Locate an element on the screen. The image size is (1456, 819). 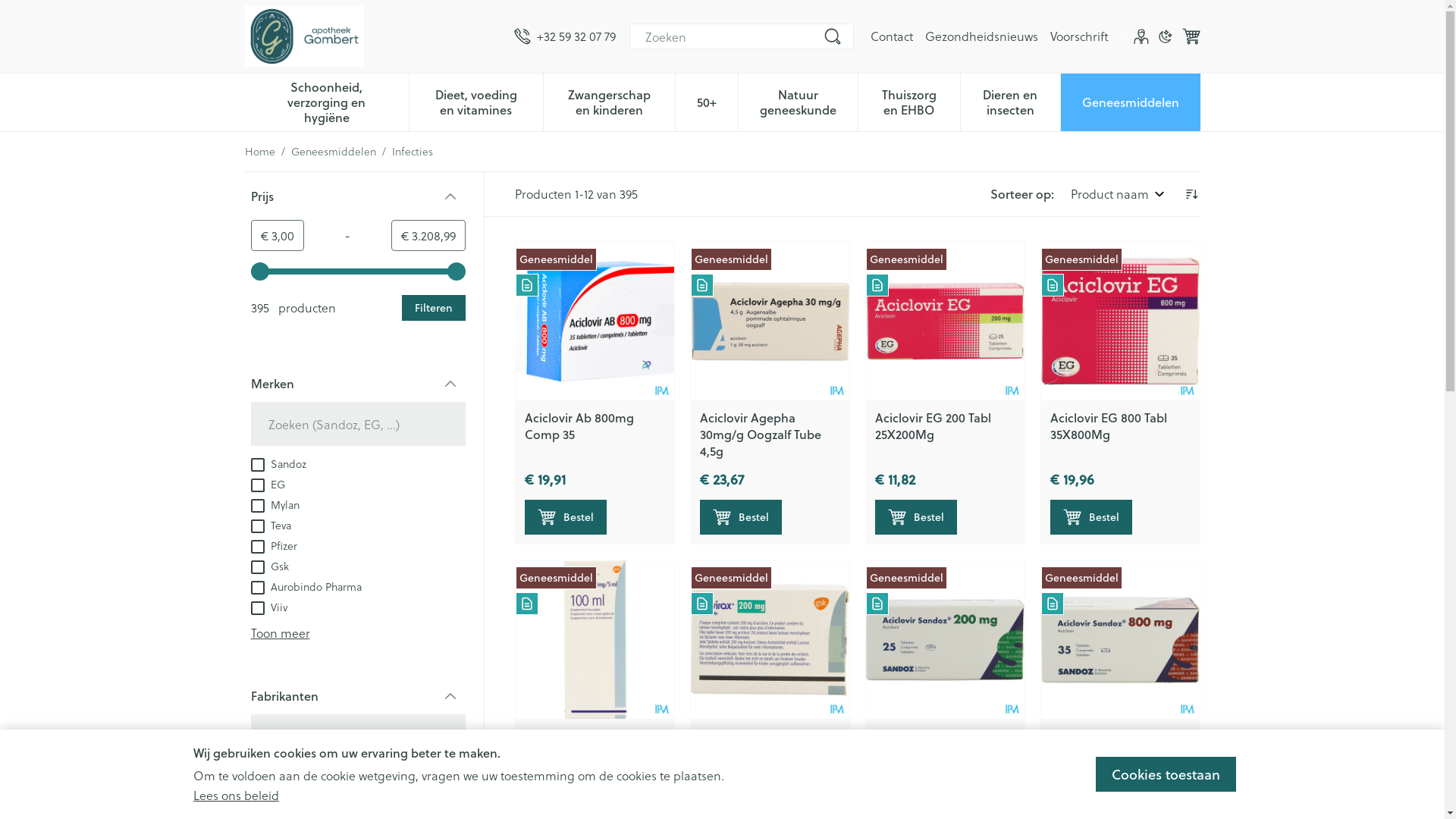
'Sandoz' is located at coordinates (278, 462).